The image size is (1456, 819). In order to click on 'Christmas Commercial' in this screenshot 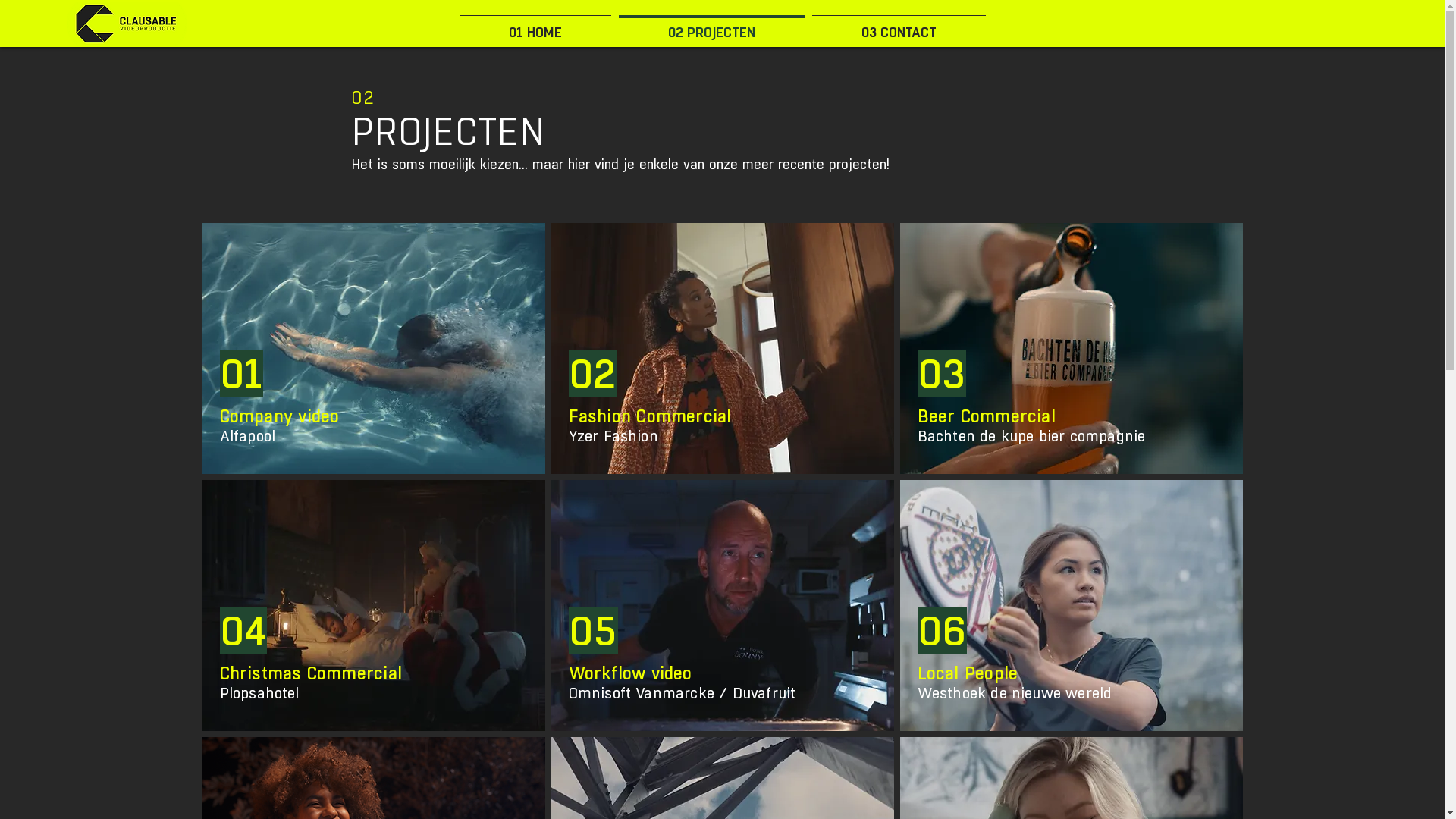, I will do `click(310, 672)`.